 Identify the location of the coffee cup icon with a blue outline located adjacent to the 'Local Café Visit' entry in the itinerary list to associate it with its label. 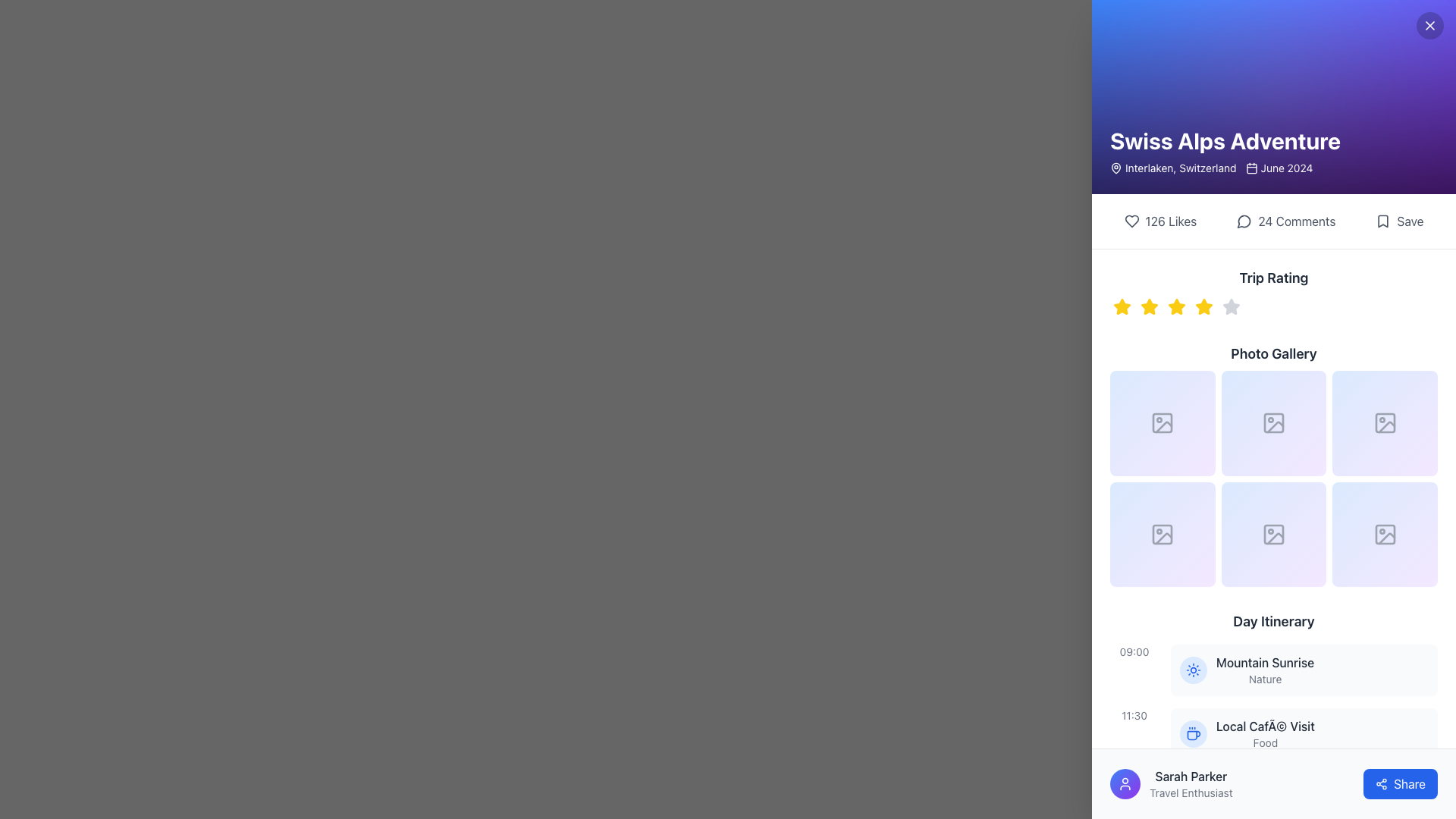
(1193, 733).